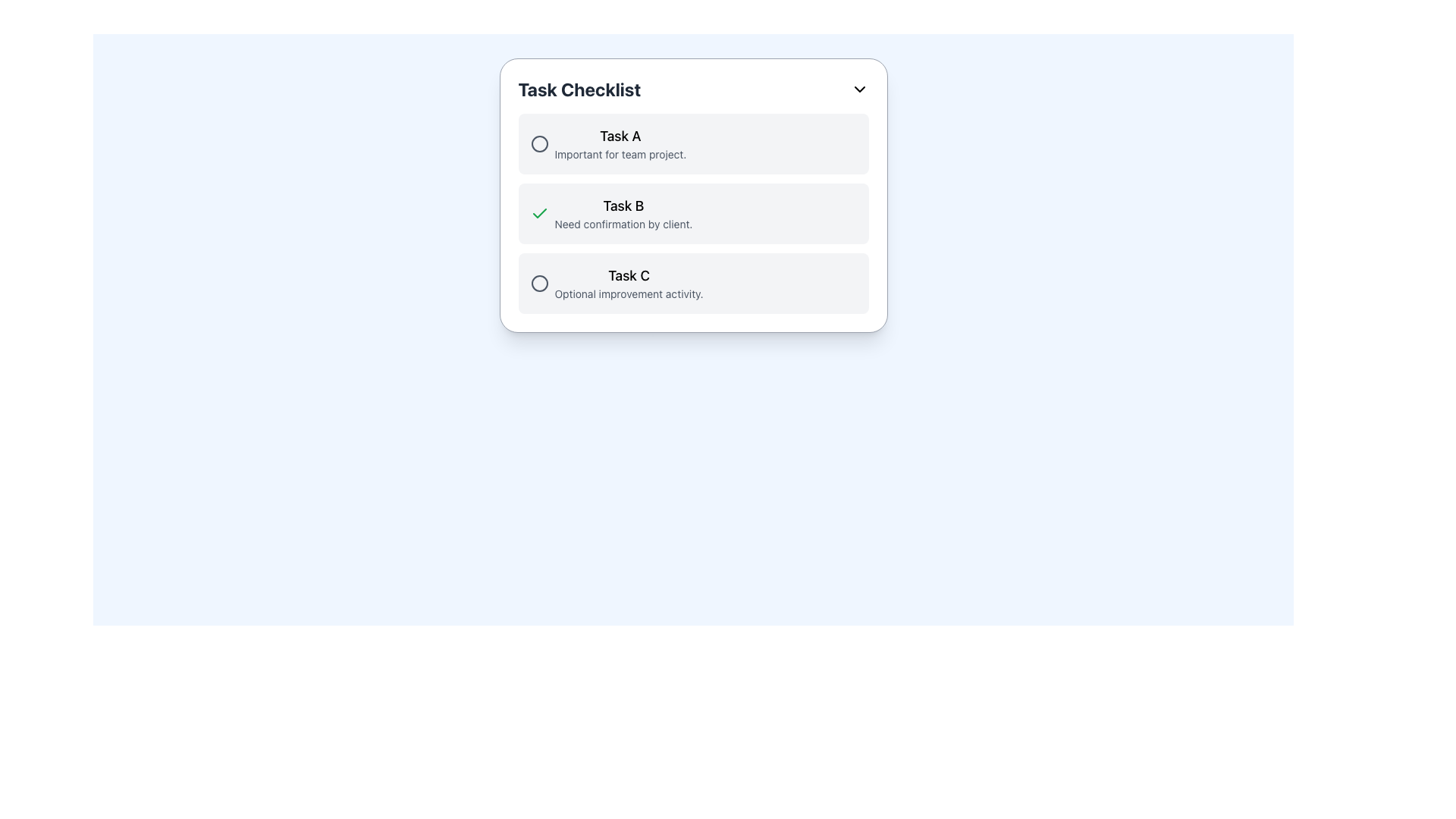 The width and height of the screenshot is (1456, 819). I want to click on the checkbox for 'Task B' in the checklist to mark it as complete, so click(692, 213).